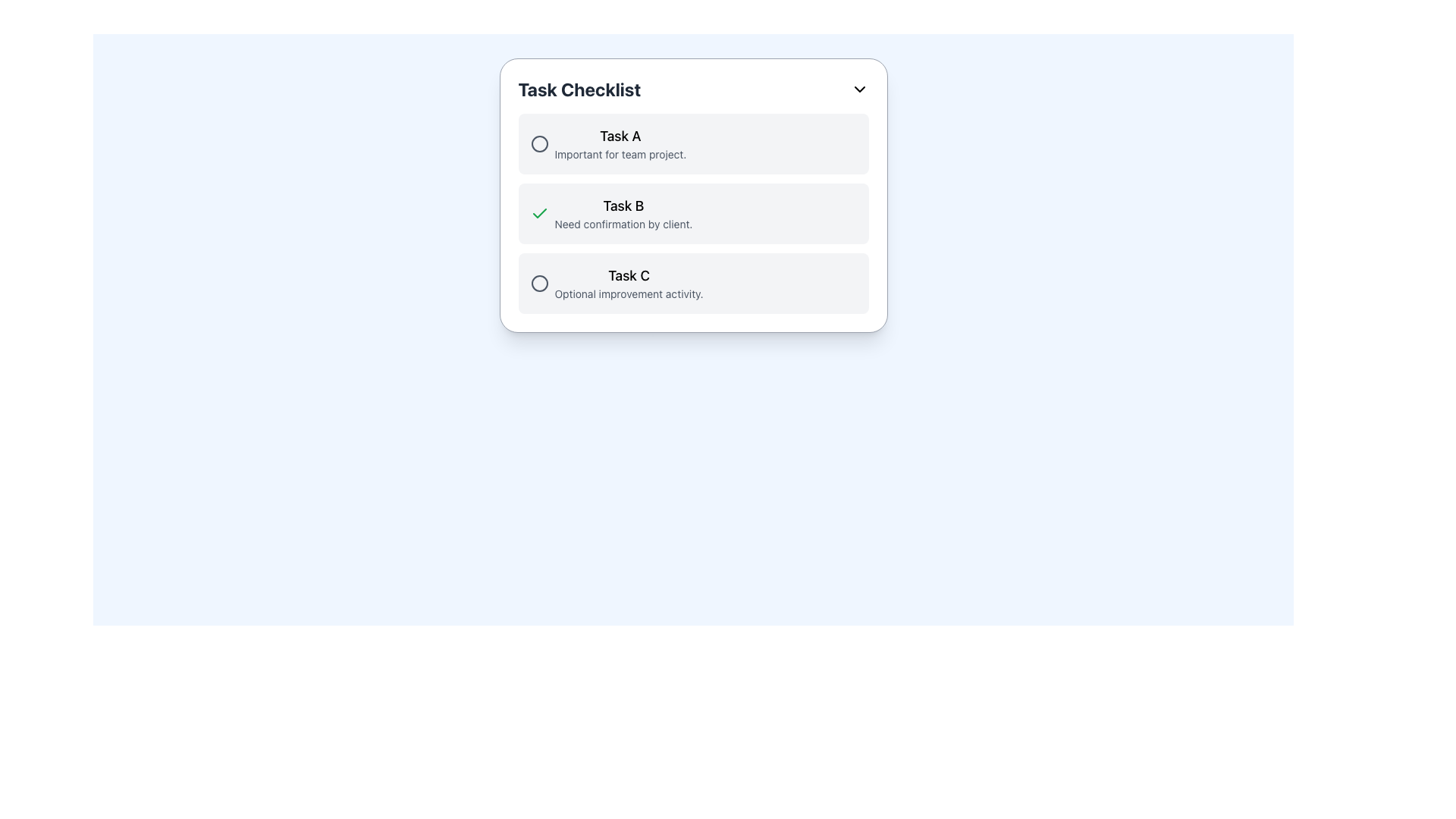 The width and height of the screenshot is (1456, 819). I want to click on the checkbox for 'Task B' in the checklist to mark it as complete, so click(692, 213).